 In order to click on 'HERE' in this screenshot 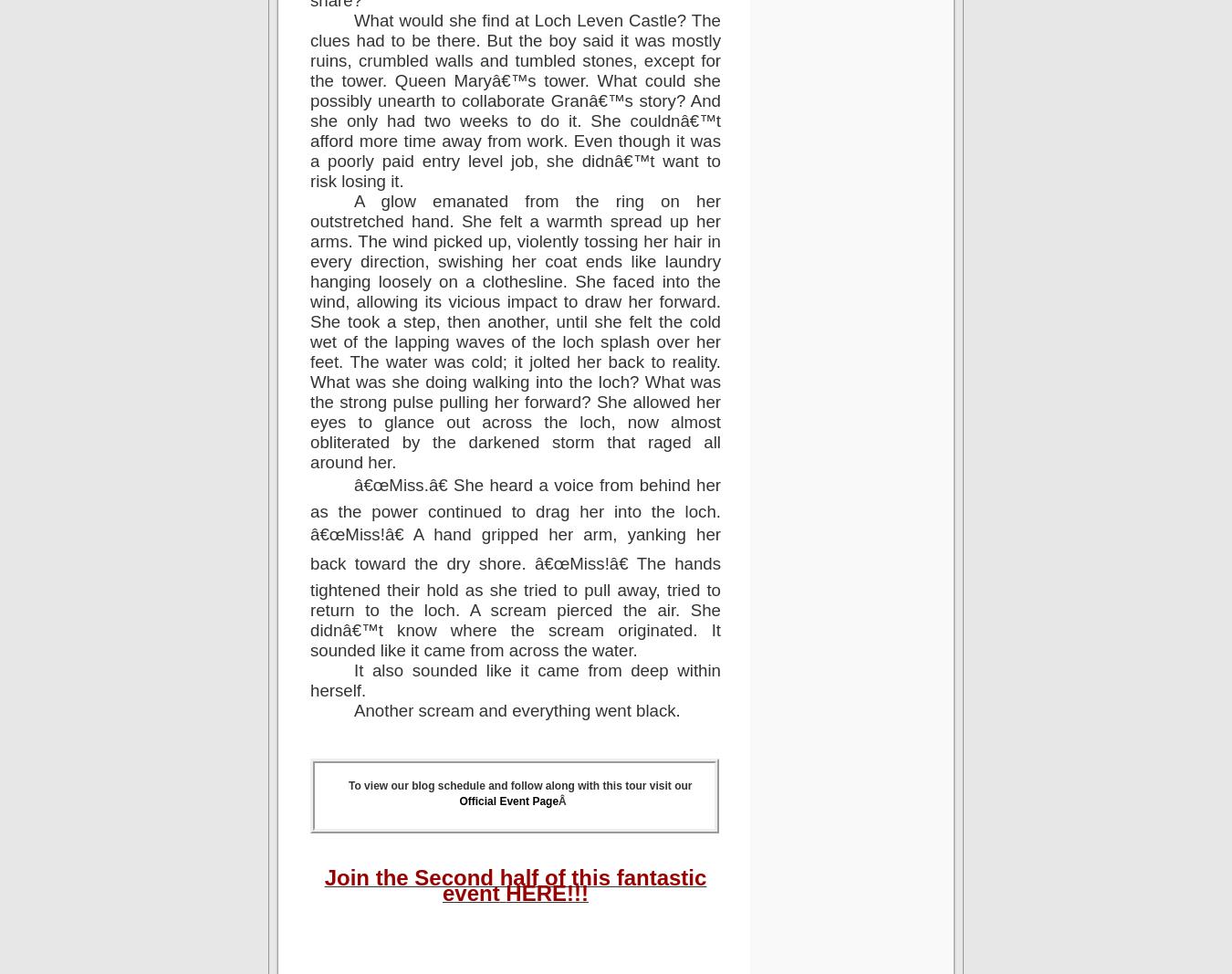, I will do `click(536, 892)`.